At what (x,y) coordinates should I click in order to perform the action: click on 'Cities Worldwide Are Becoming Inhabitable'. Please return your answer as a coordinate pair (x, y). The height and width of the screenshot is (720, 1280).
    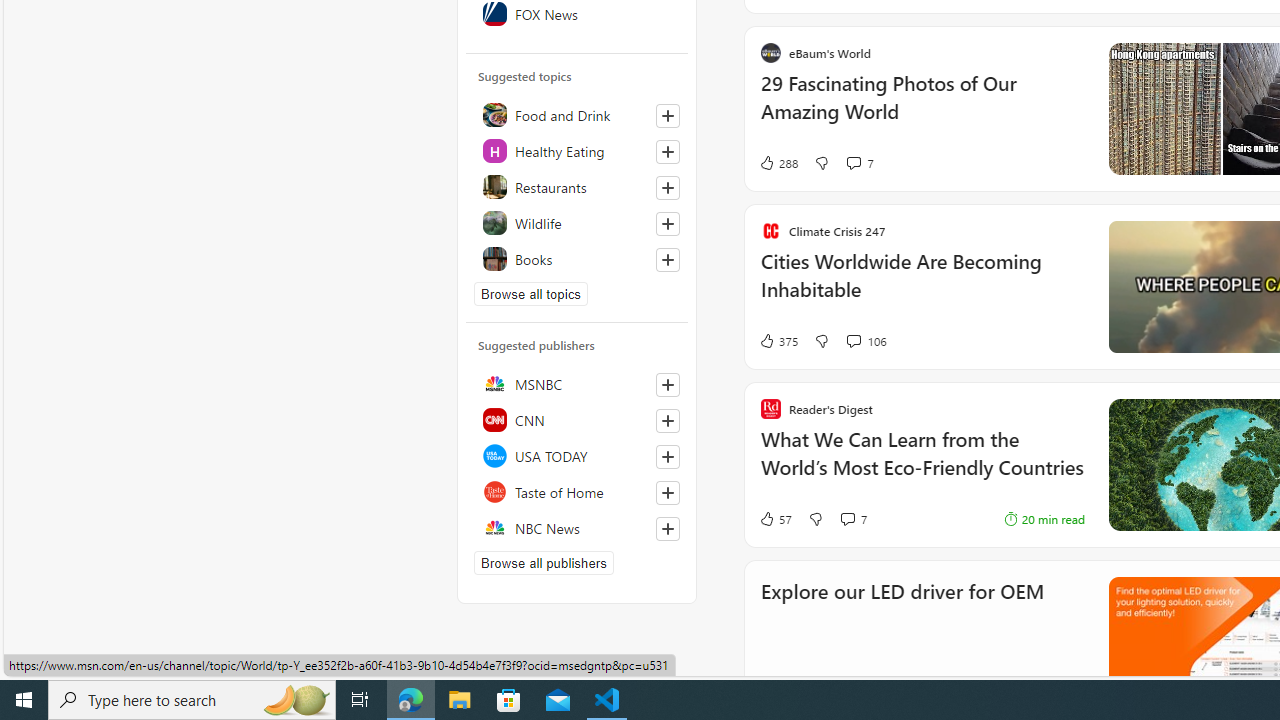
    Looking at the image, I should click on (921, 285).